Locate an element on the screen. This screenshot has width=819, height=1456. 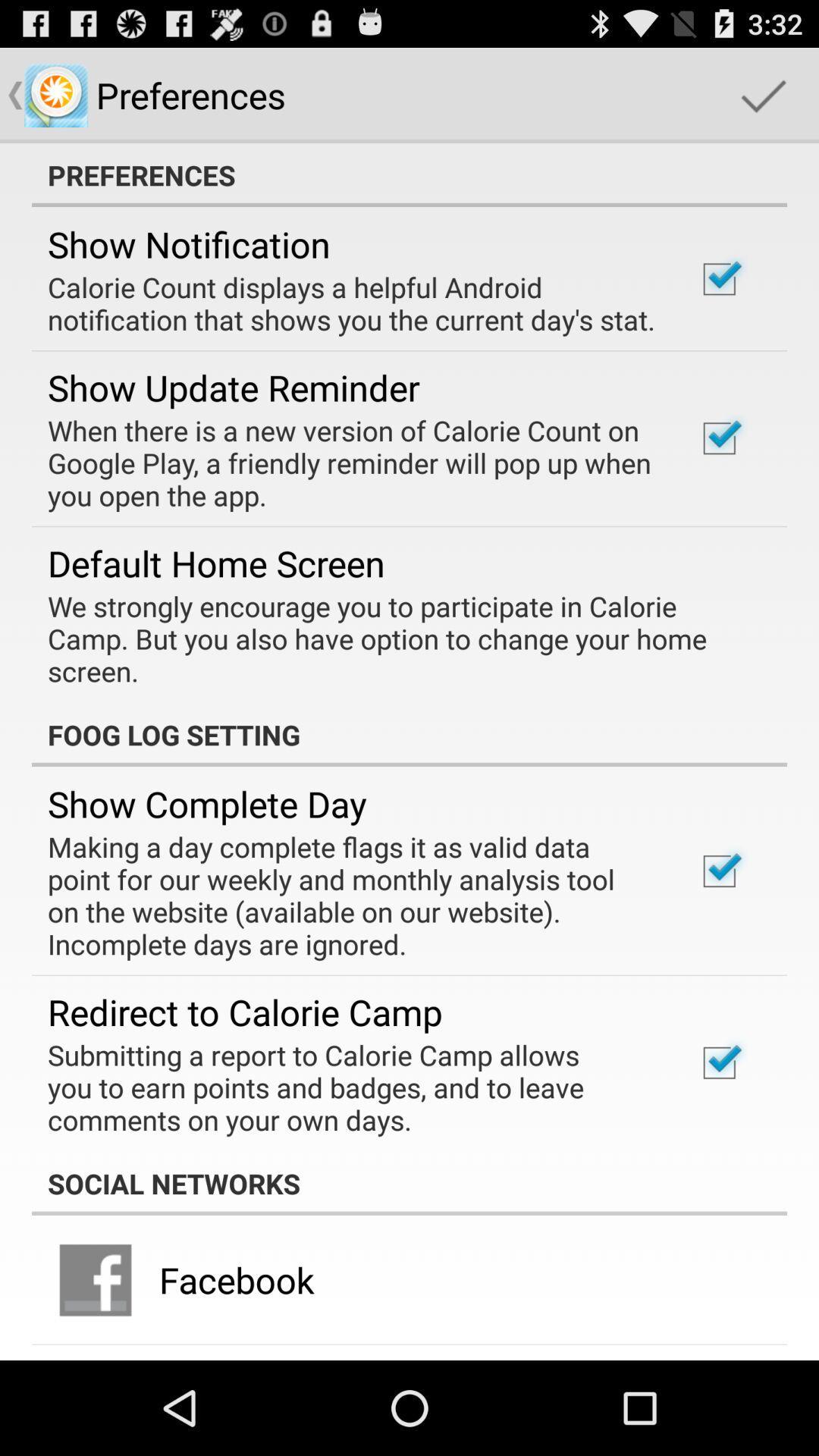
the foog log setting item is located at coordinates (409, 735).